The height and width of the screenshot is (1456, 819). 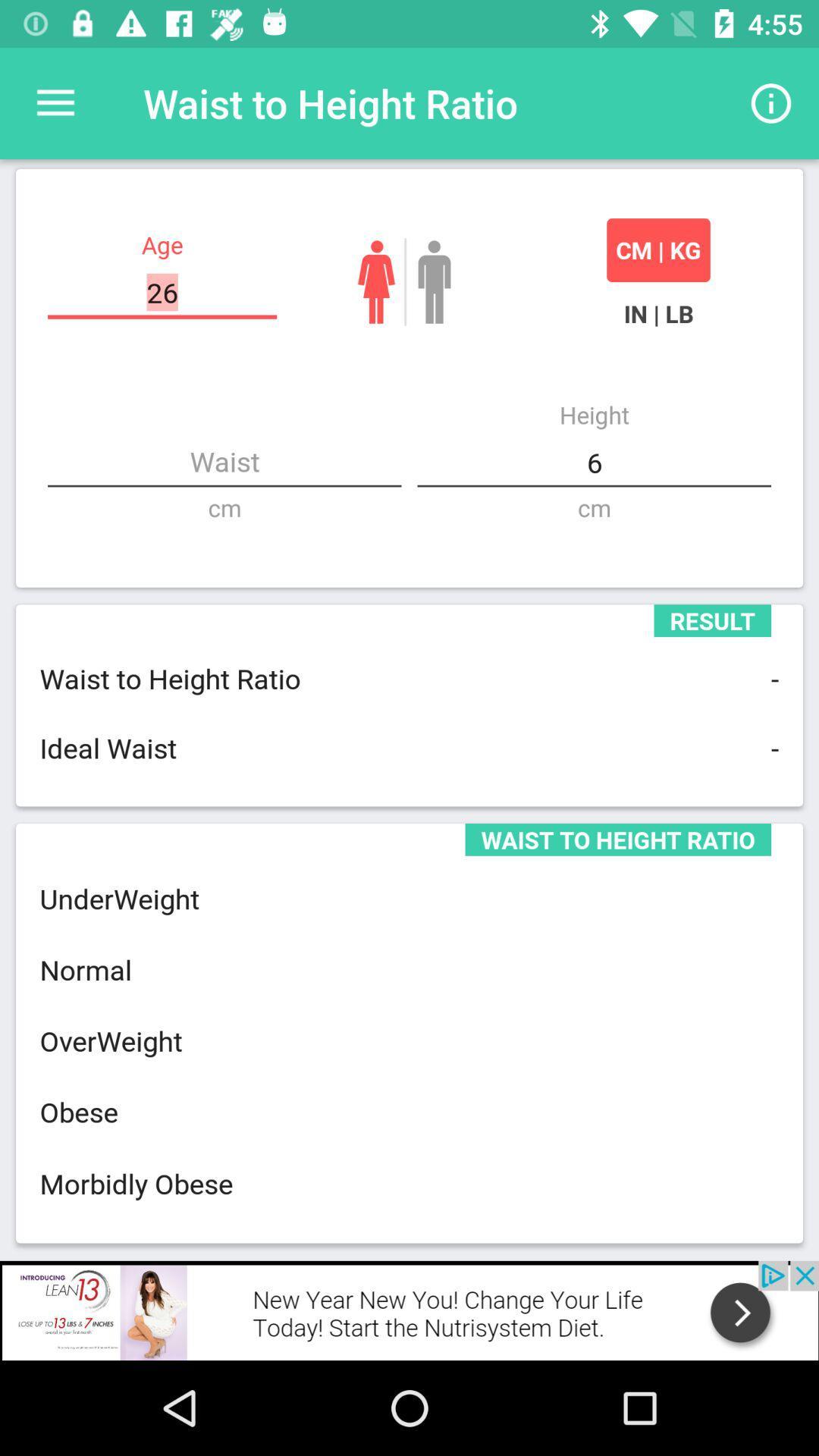 I want to click on the women image right to age 26, so click(x=375, y=282).